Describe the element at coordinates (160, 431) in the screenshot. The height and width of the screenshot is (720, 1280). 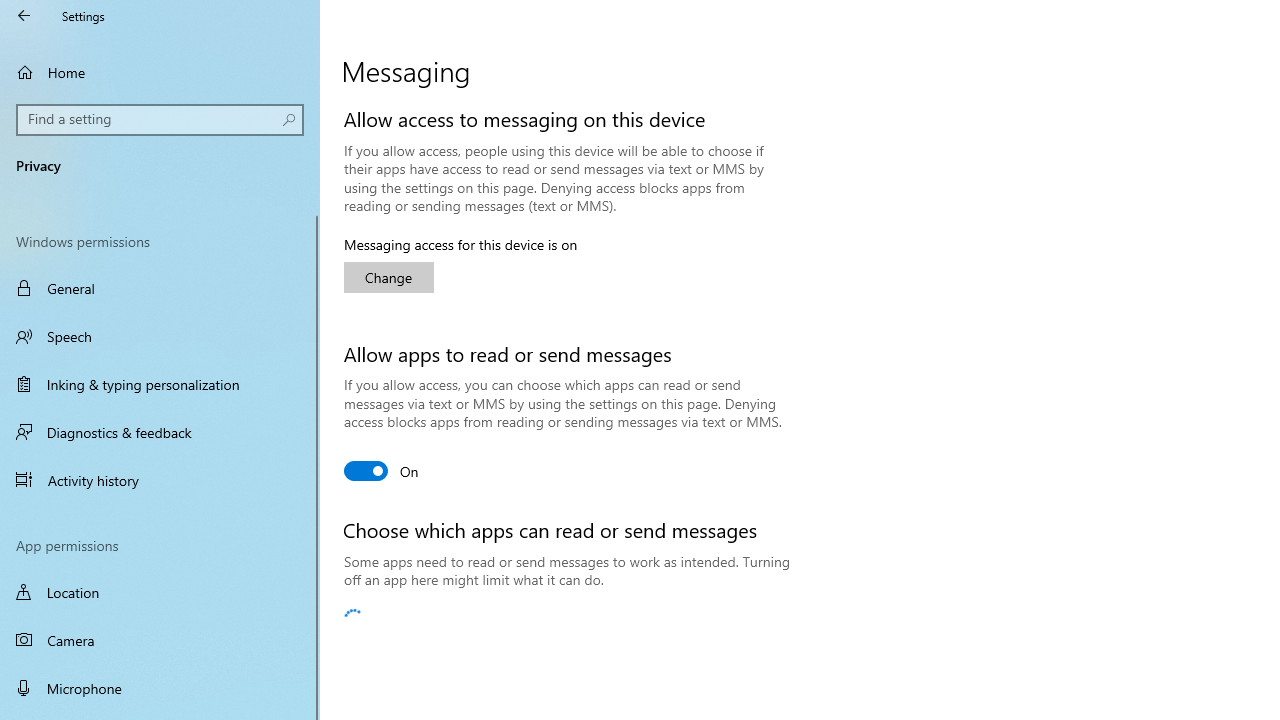
I see `'Diagnostics & feedback'` at that location.